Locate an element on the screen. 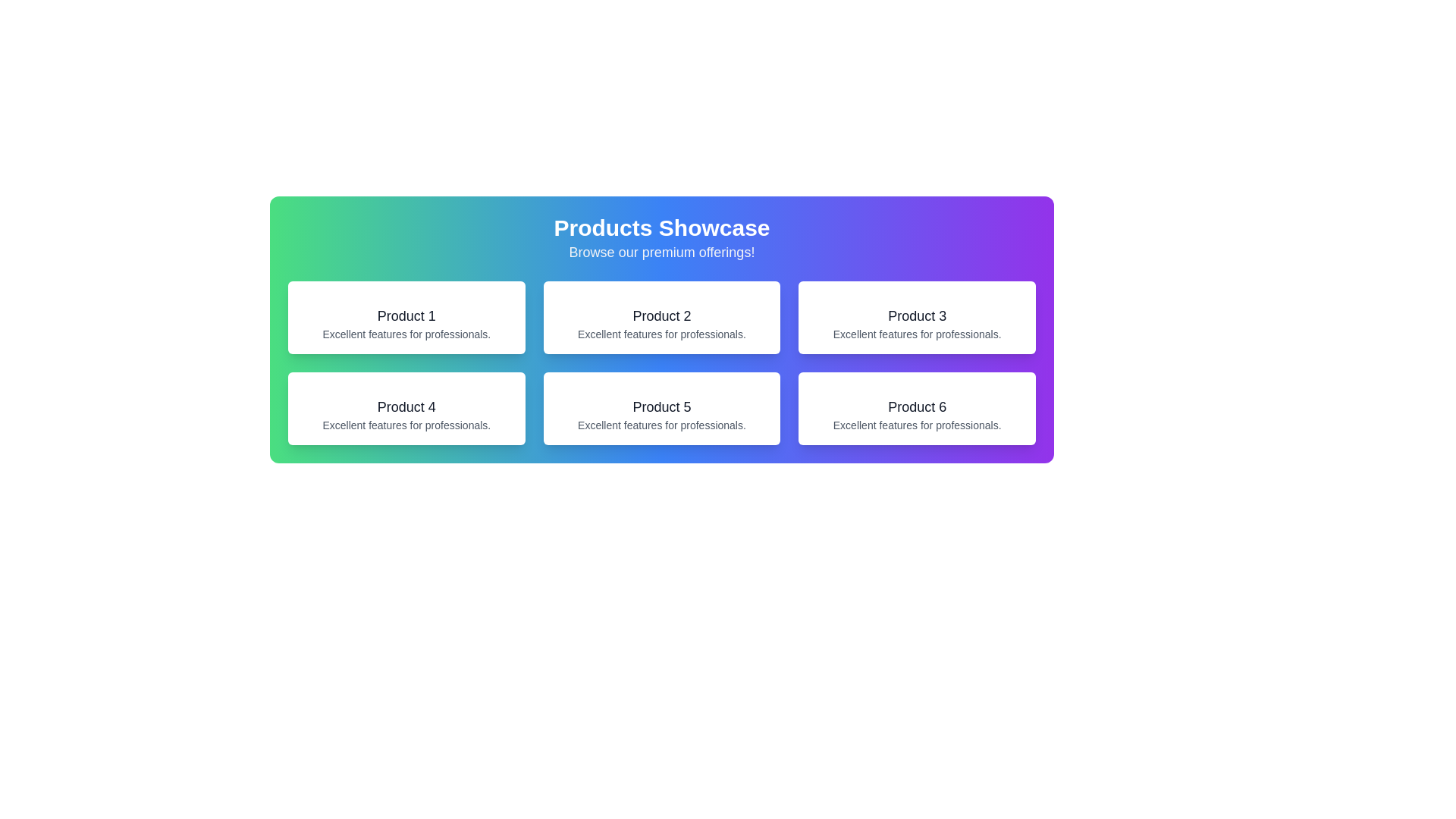 The height and width of the screenshot is (819, 1456). the static text located under the title 'Product 1' in the first product card is located at coordinates (406, 333).